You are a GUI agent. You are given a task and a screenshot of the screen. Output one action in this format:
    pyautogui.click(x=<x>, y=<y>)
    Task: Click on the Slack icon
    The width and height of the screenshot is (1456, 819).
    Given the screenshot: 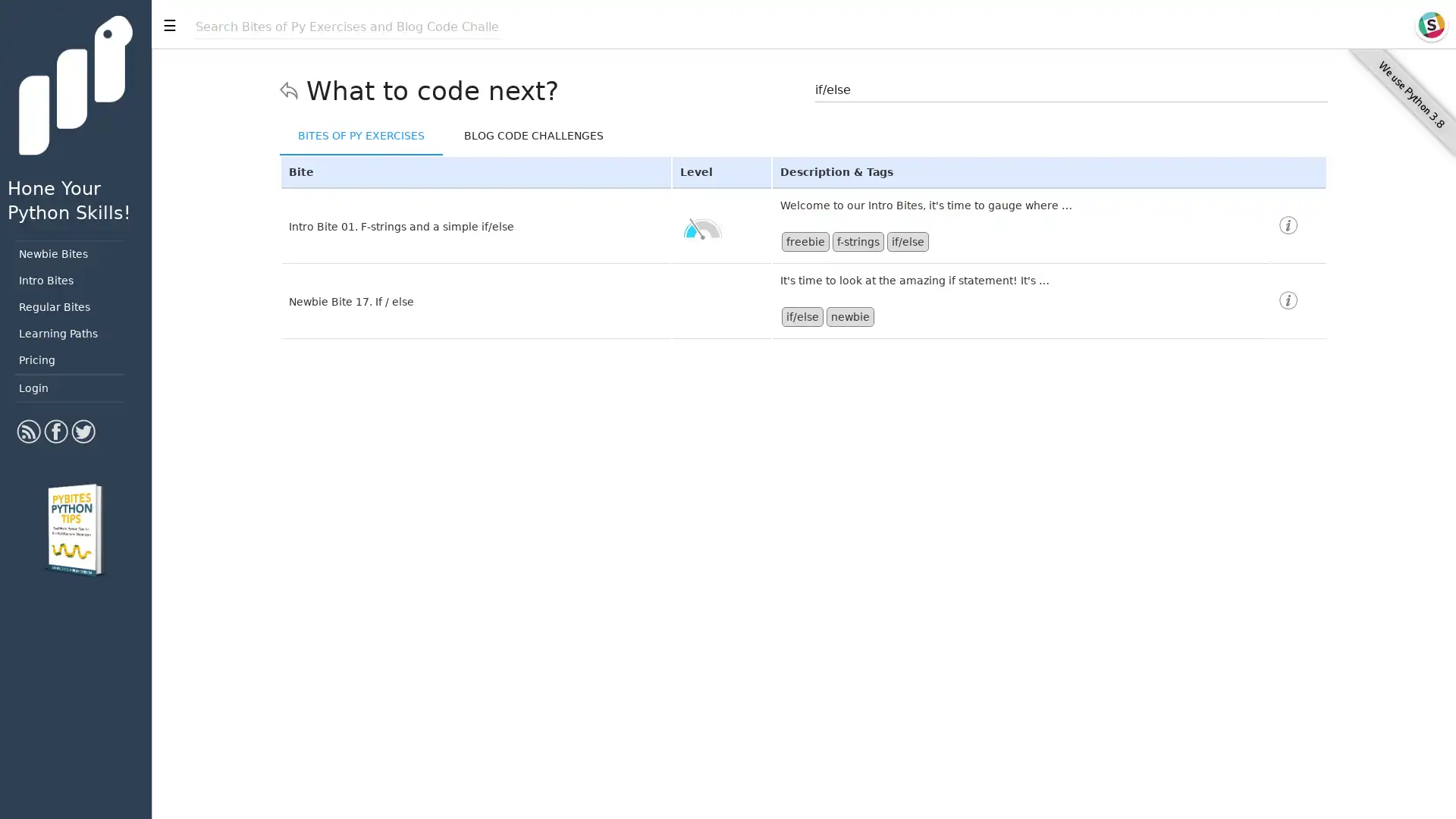 What is the action you would take?
    pyautogui.click(x=1430, y=25)
    